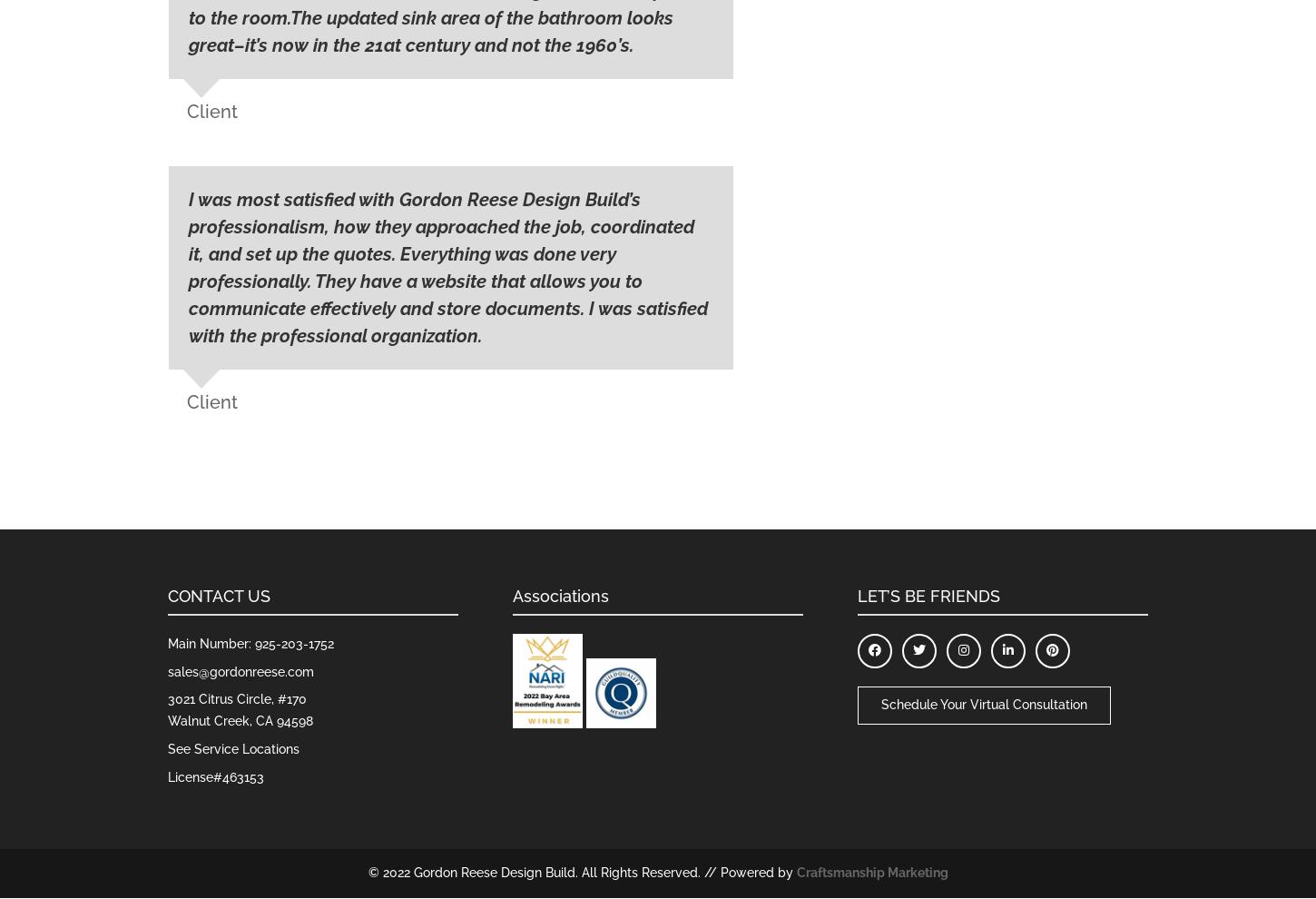  I want to click on '© 2022 Gordon Reese Design Build. All Rights Reserved. // Powered by', so click(581, 872).